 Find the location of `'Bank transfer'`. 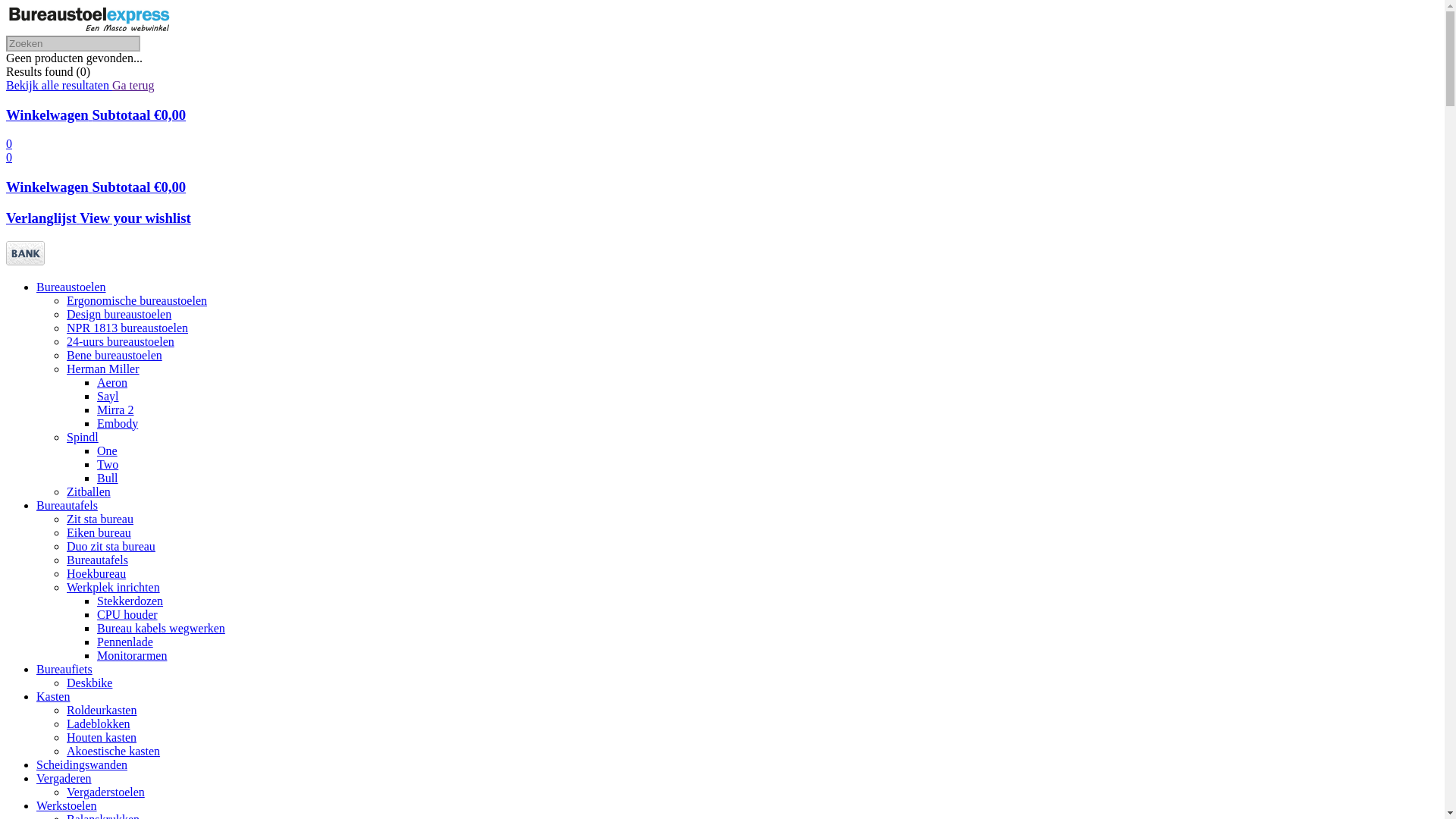

'Bank transfer' is located at coordinates (6, 260).